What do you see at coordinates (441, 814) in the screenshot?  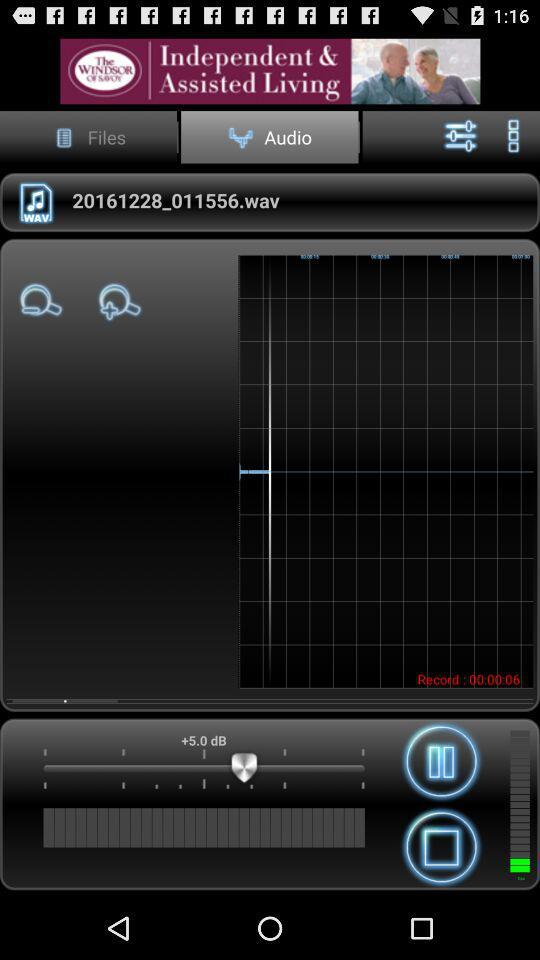 I see `the pause icon` at bounding box center [441, 814].